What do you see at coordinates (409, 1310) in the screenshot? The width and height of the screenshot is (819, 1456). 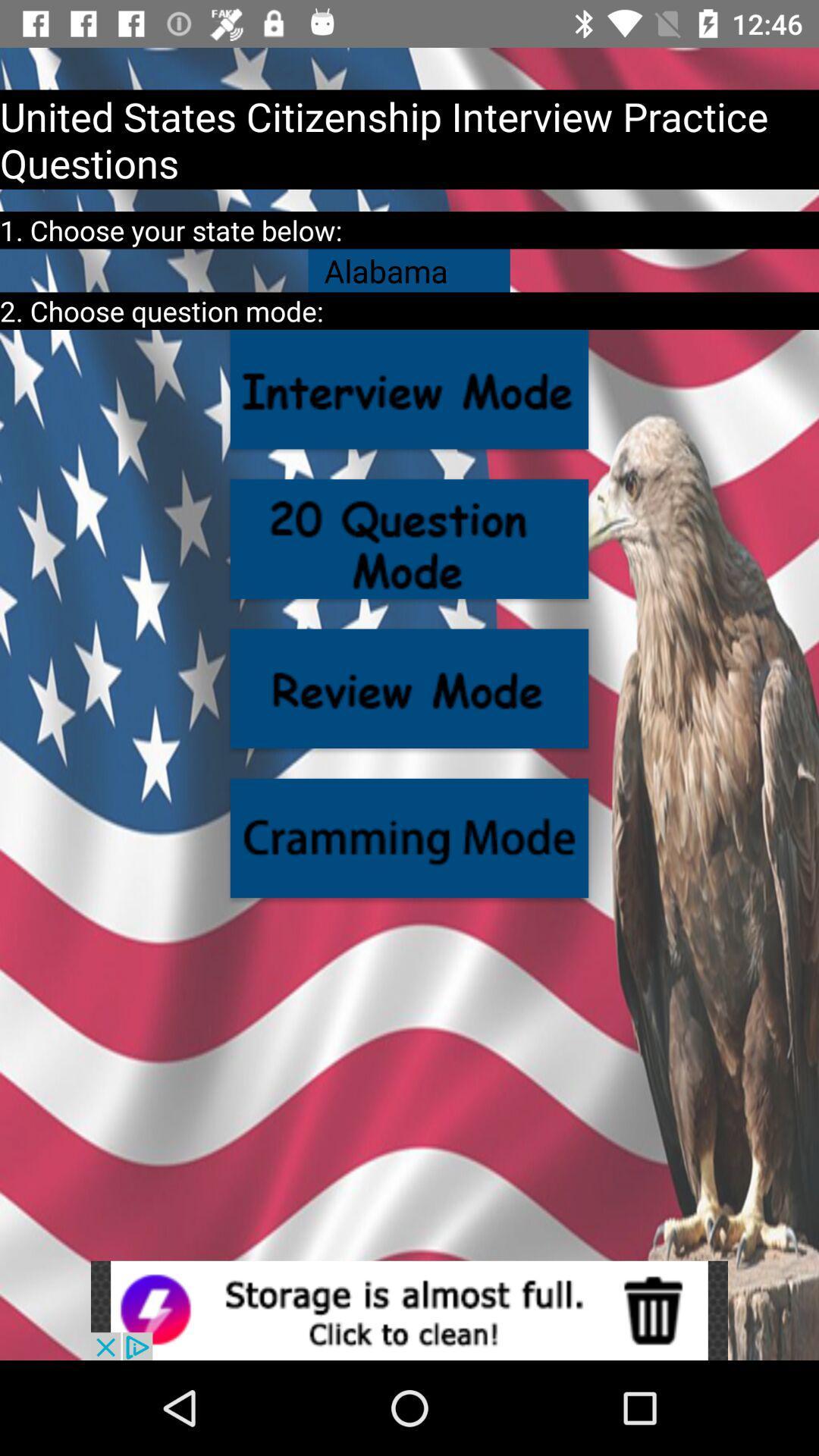 I see `advertisement banner` at bounding box center [409, 1310].